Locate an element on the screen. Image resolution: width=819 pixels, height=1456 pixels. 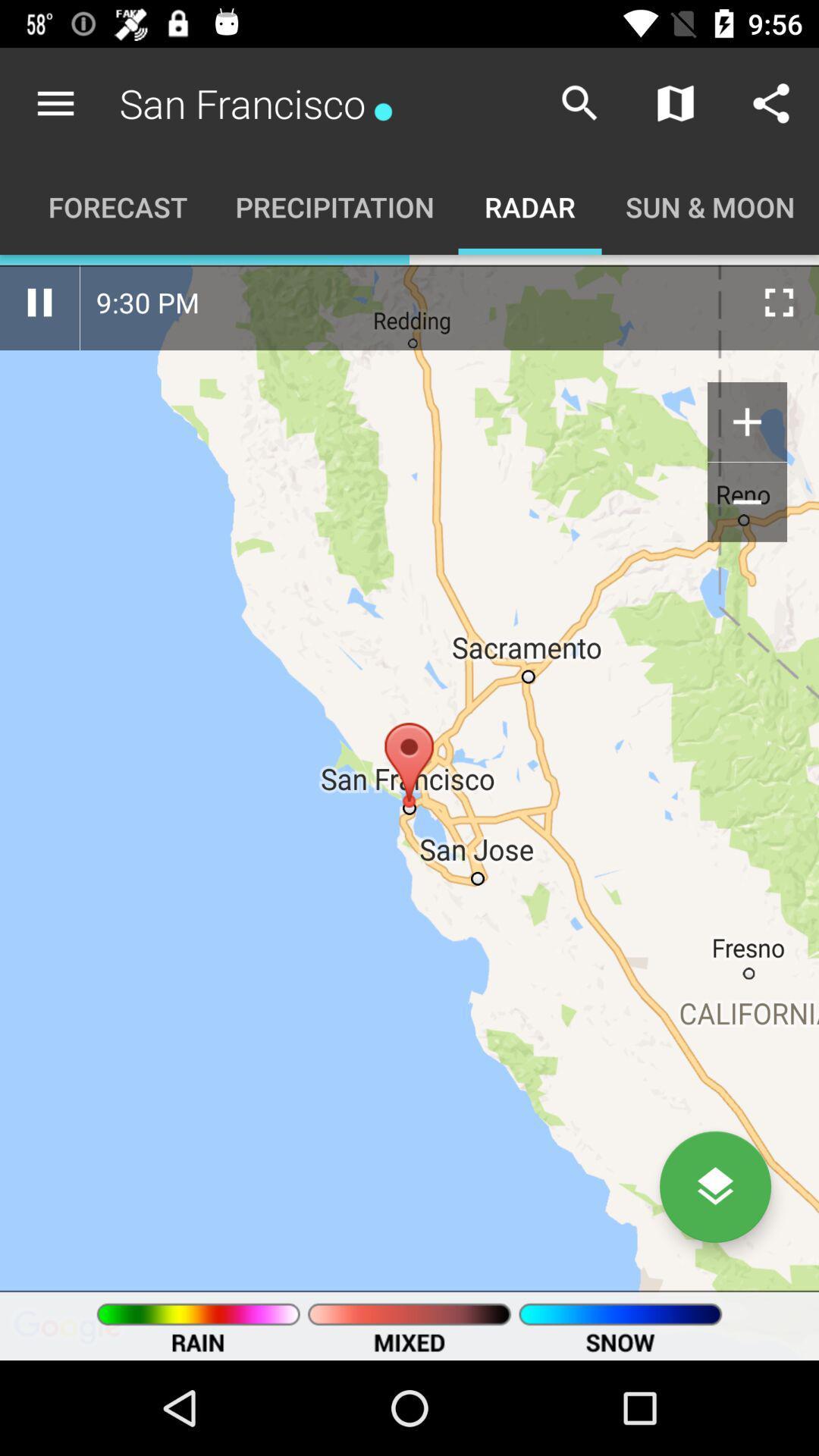
the minus icon is located at coordinates (746, 502).